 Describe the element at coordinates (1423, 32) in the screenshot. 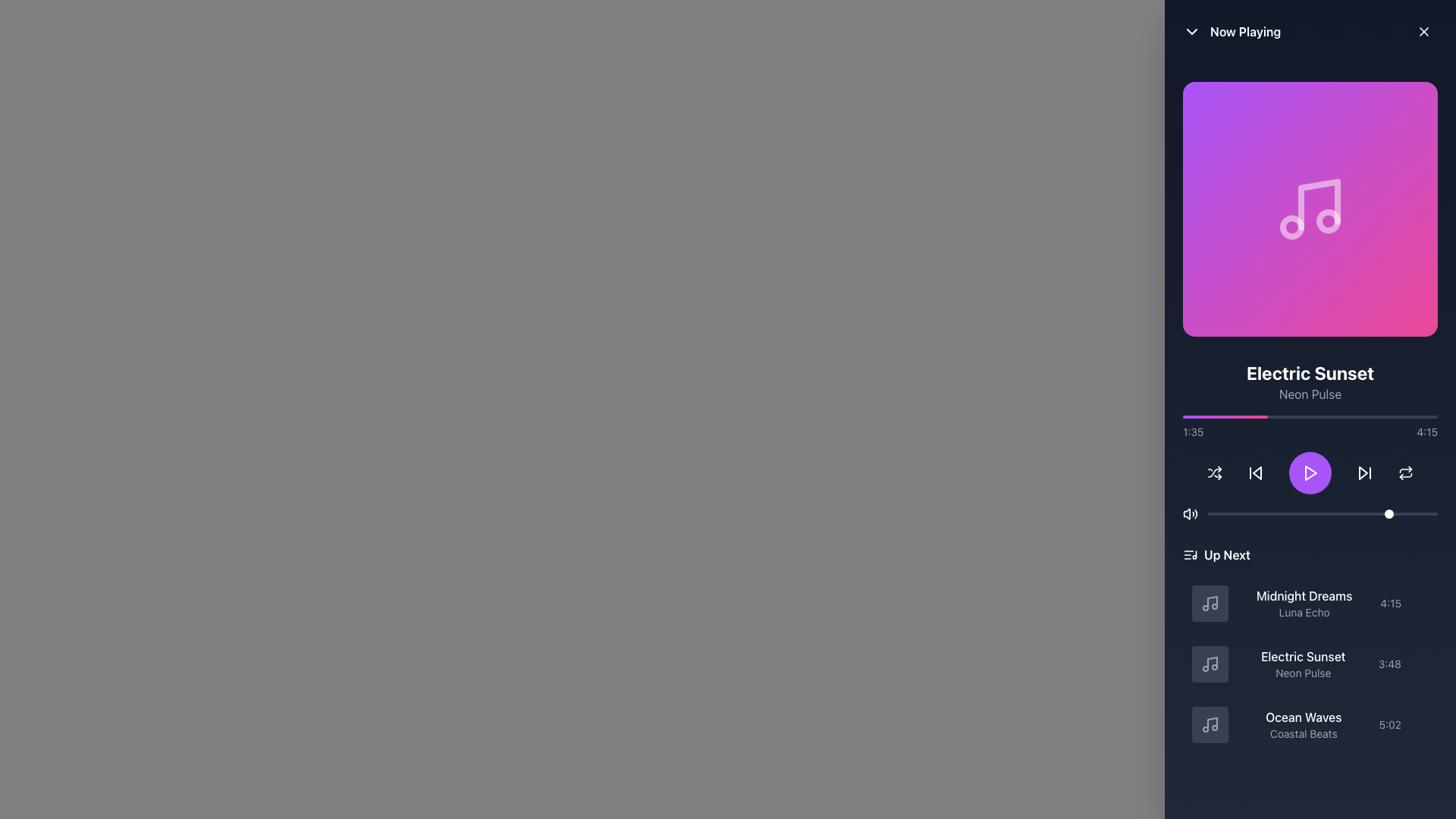

I see `the close button located at the top-right corner of the interface` at that location.